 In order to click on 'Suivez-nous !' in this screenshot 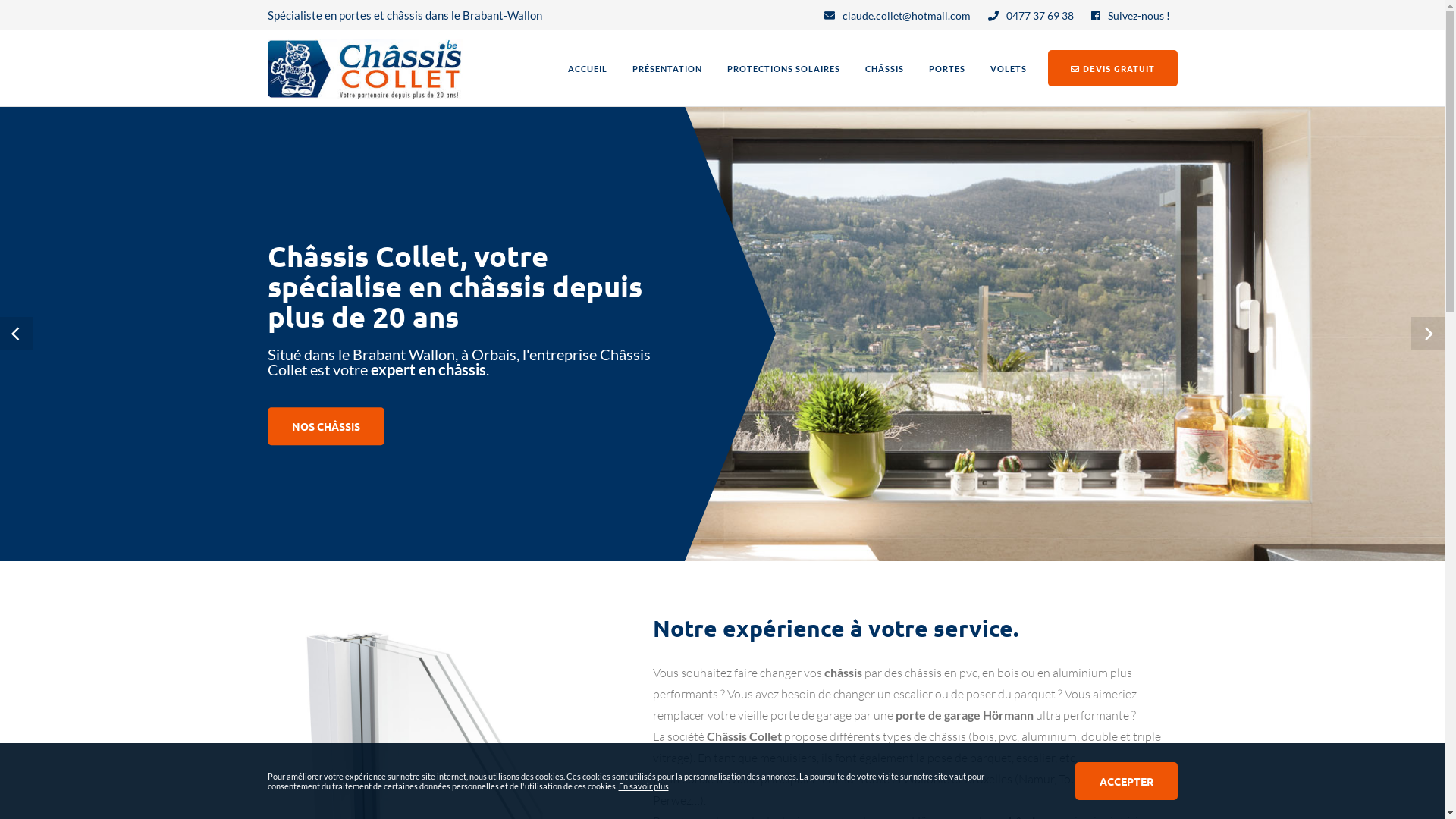, I will do `click(1082, 15)`.